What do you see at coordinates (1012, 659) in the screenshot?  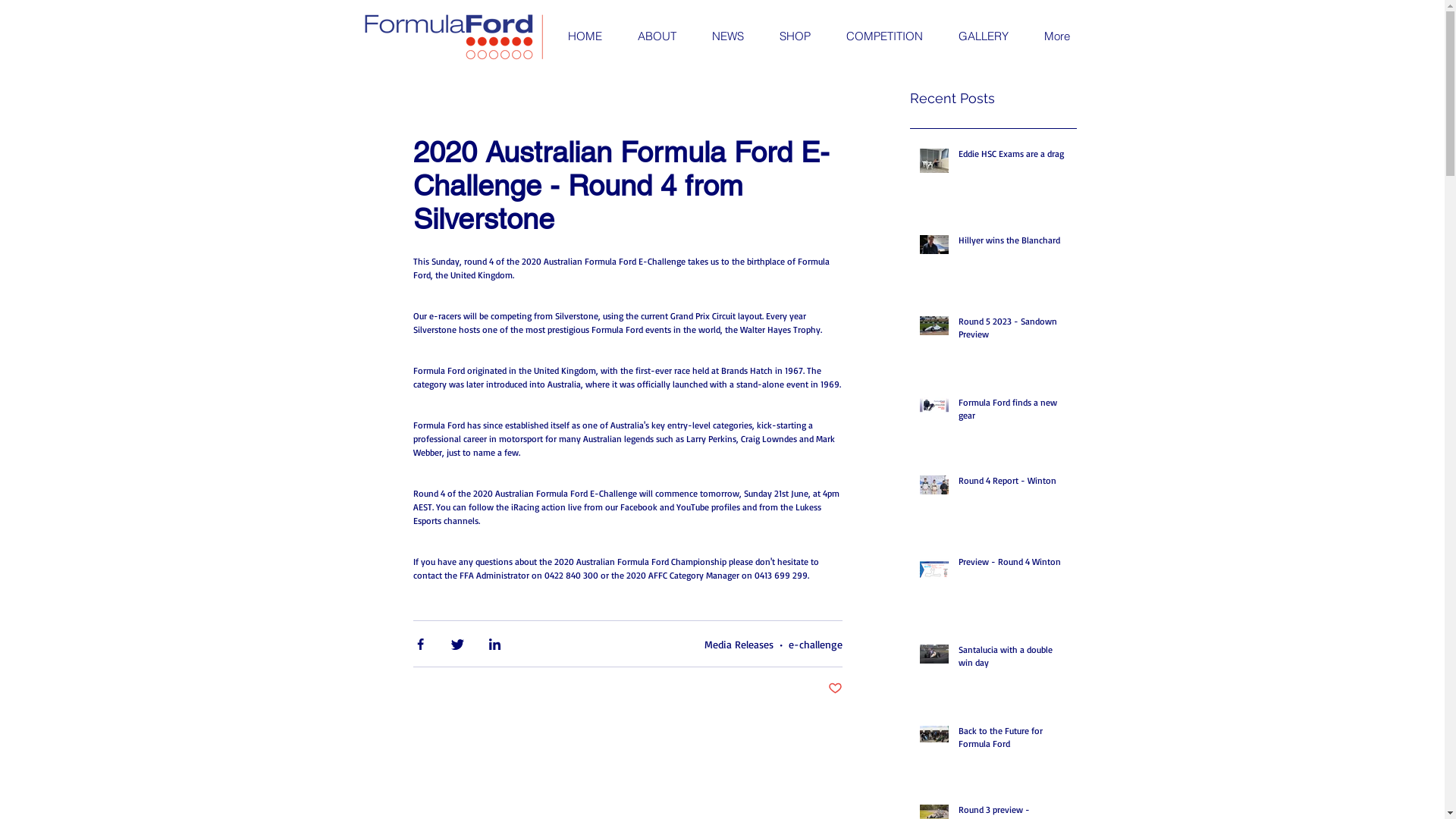 I see `'Santalucia with a double win day'` at bounding box center [1012, 659].